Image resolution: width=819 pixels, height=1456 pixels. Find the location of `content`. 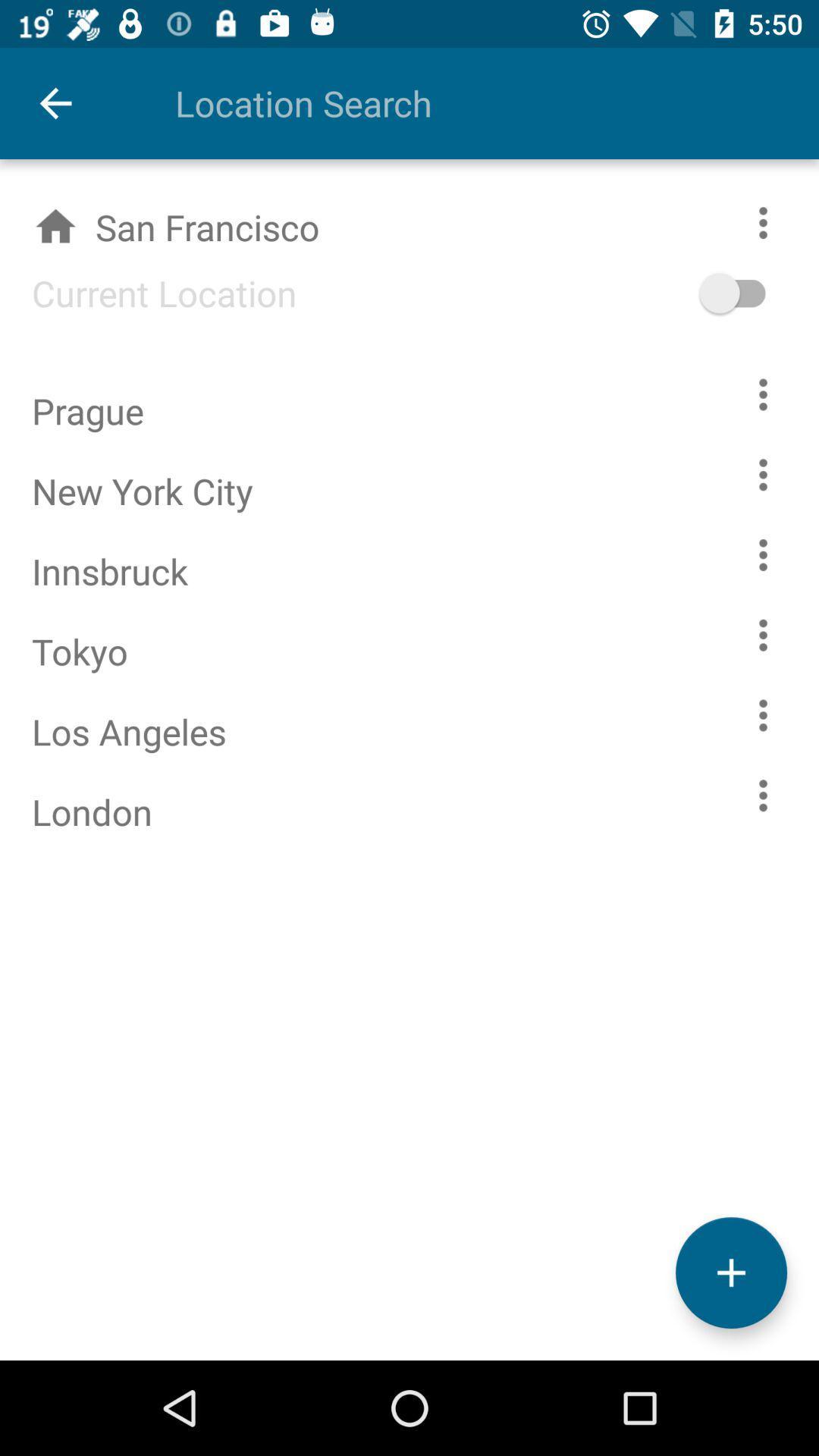

content is located at coordinates (763, 554).